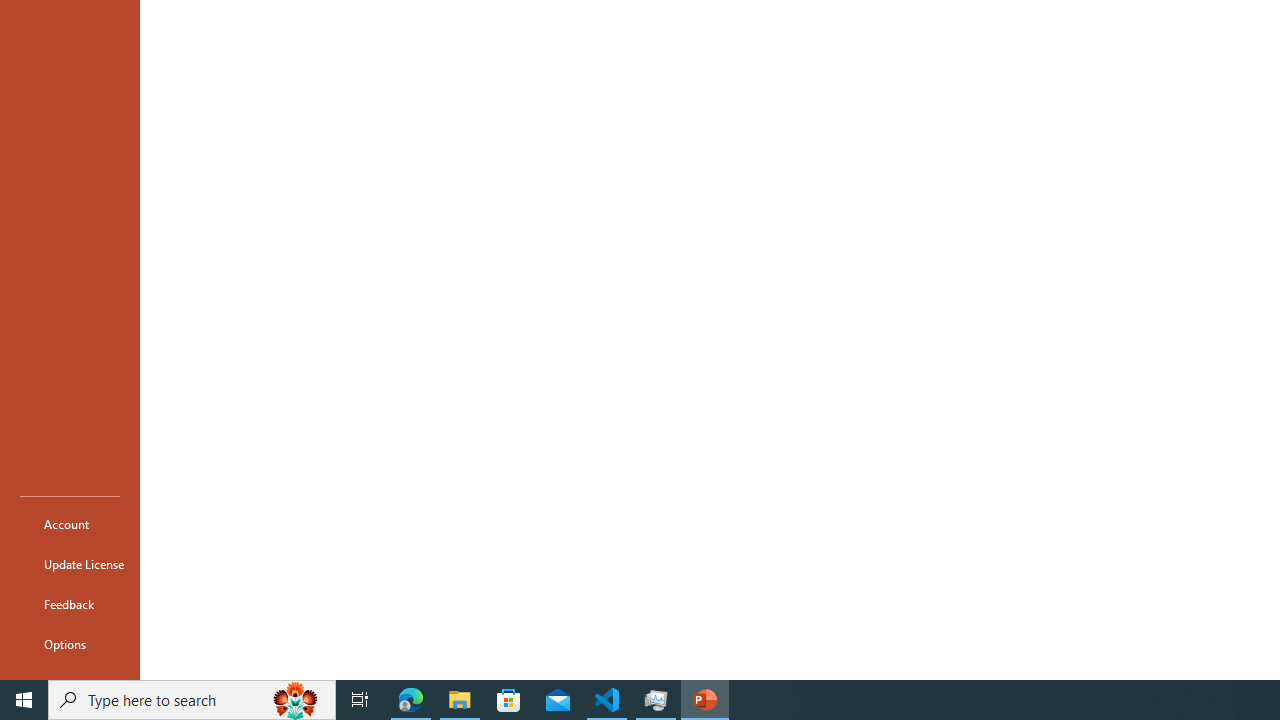 The image size is (1280, 720). What do you see at coordinates (69, 644) in the screenshot?
I see `'Options'` at bounding box center [69, 644].